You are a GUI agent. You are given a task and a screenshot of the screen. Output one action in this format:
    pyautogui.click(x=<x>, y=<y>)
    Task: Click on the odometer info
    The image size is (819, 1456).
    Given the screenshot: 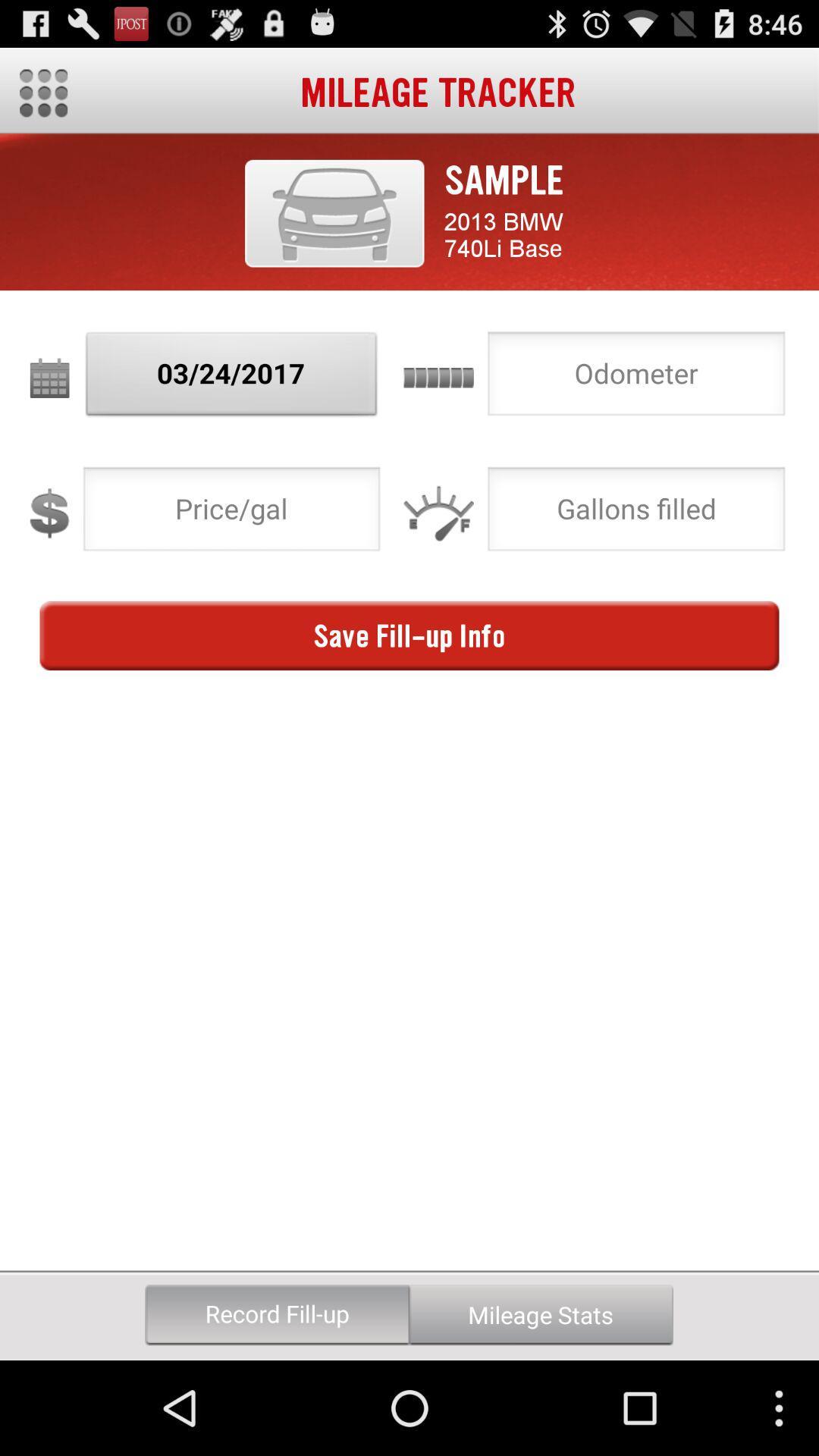 What is the action you would take?
    pyautogui.click(x=636, y=378)
    